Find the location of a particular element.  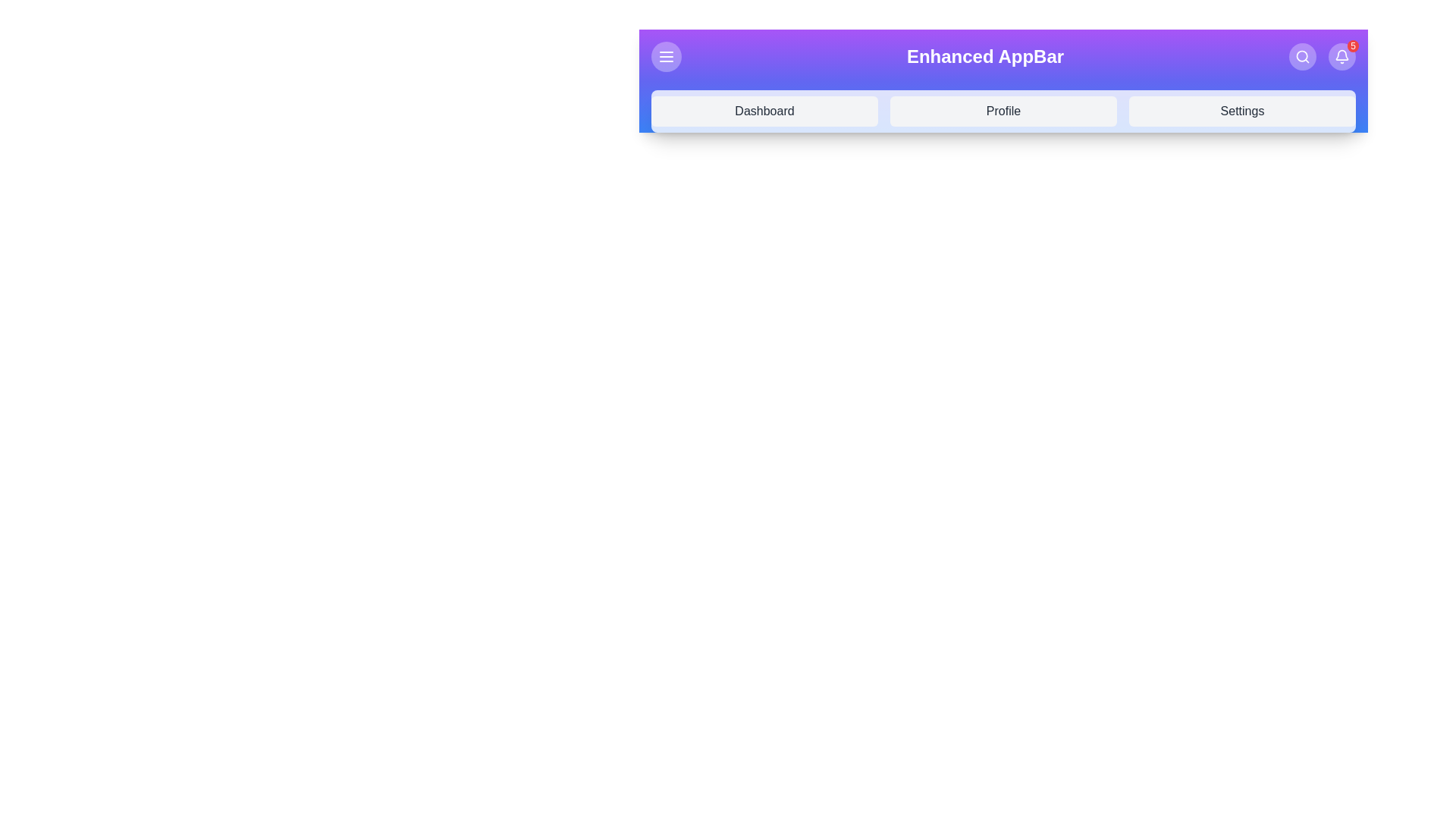

the bell icon to view notifications is located at coordinates (1342, 55).